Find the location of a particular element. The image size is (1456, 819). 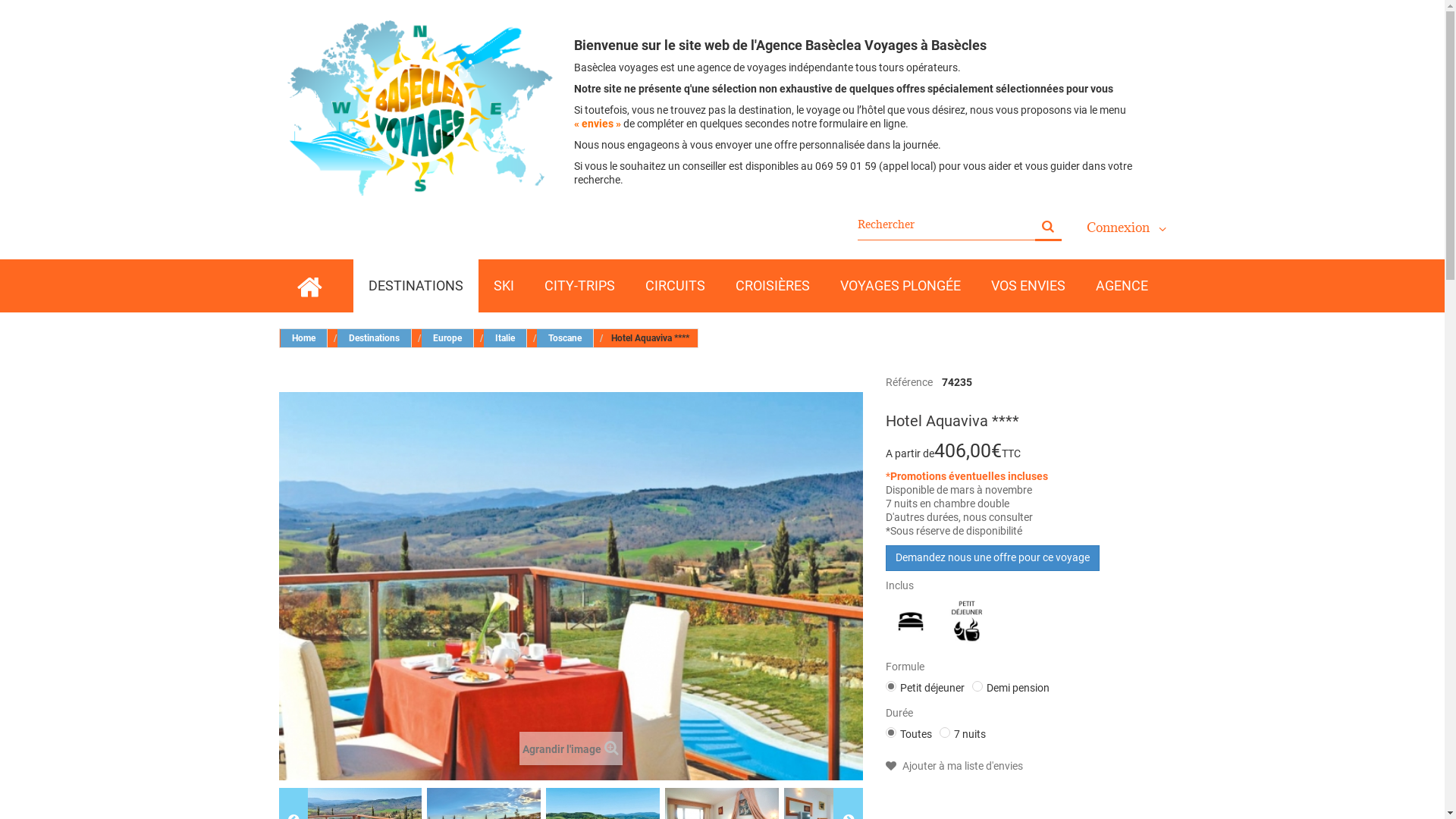

'Logement' is located at coordinates (887, 622).